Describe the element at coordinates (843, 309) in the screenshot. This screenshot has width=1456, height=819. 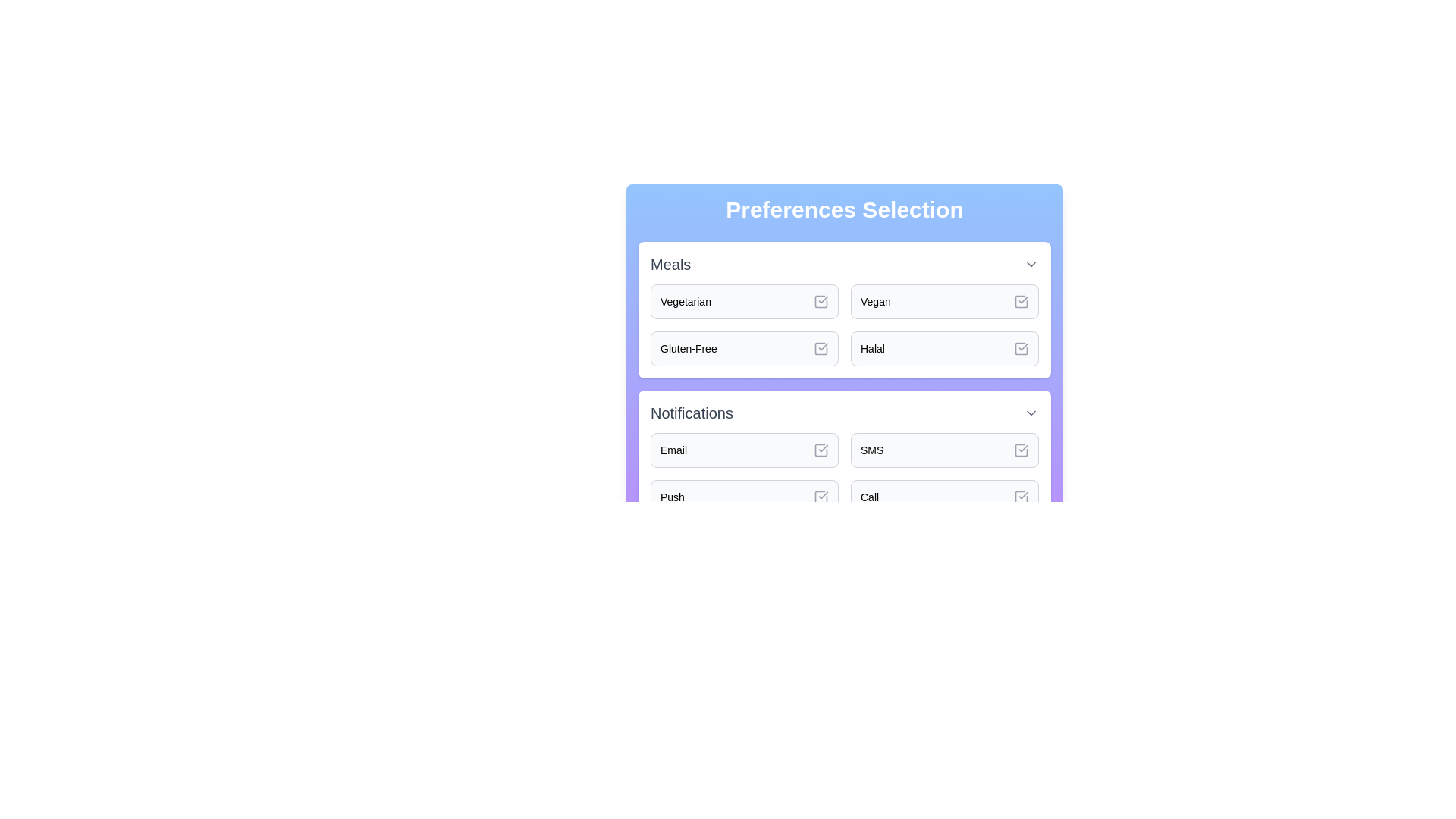
I see `an option from the 'Meals' section, which contains options like 'Vegetarian', 'Vegan', 'Gluten-Free', and 'Halal'` at that location.